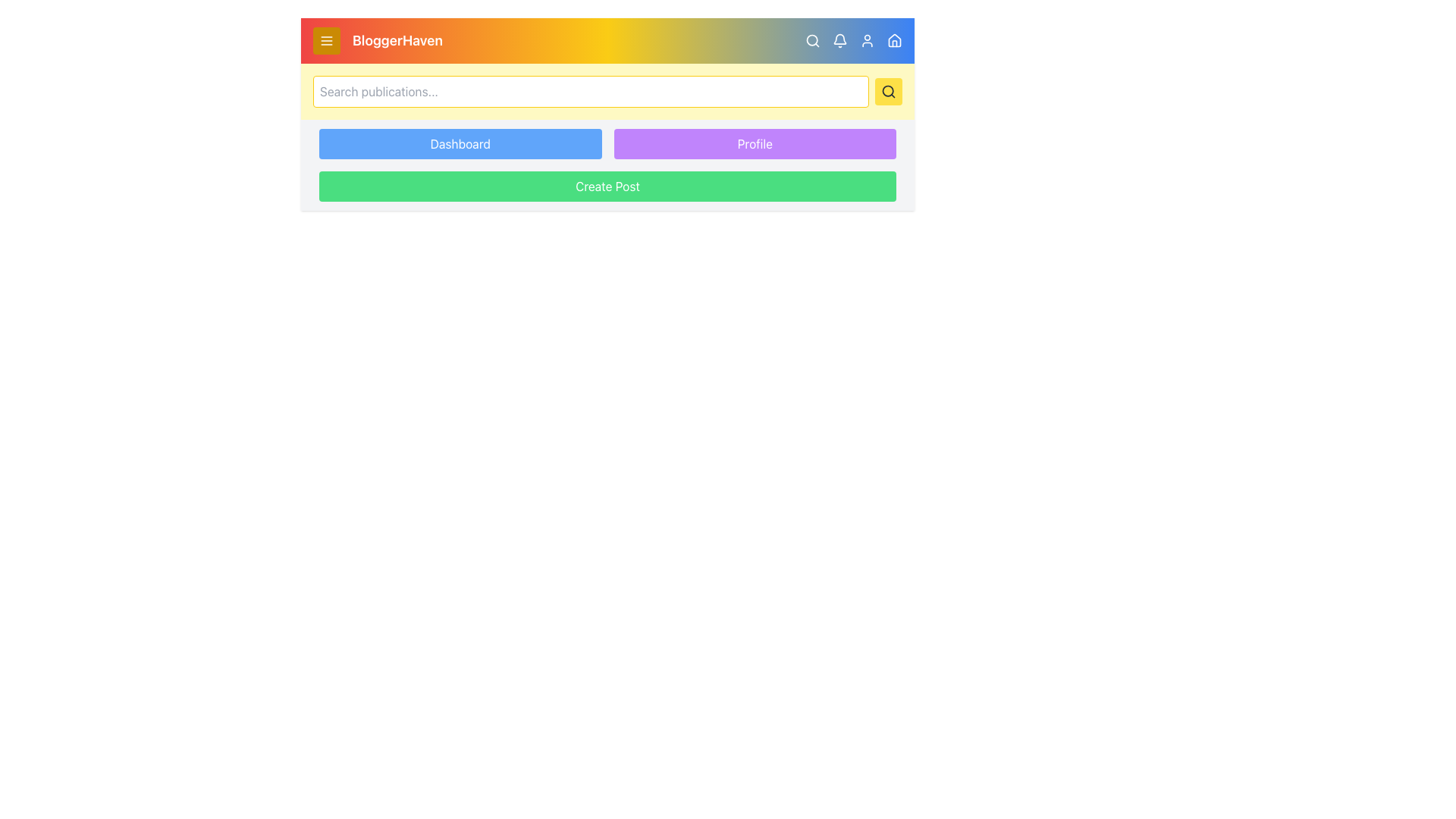  I want to click on the 'Dashboard' button located beneath the search bar and above the 'Create Post' button, so click(460, 143).